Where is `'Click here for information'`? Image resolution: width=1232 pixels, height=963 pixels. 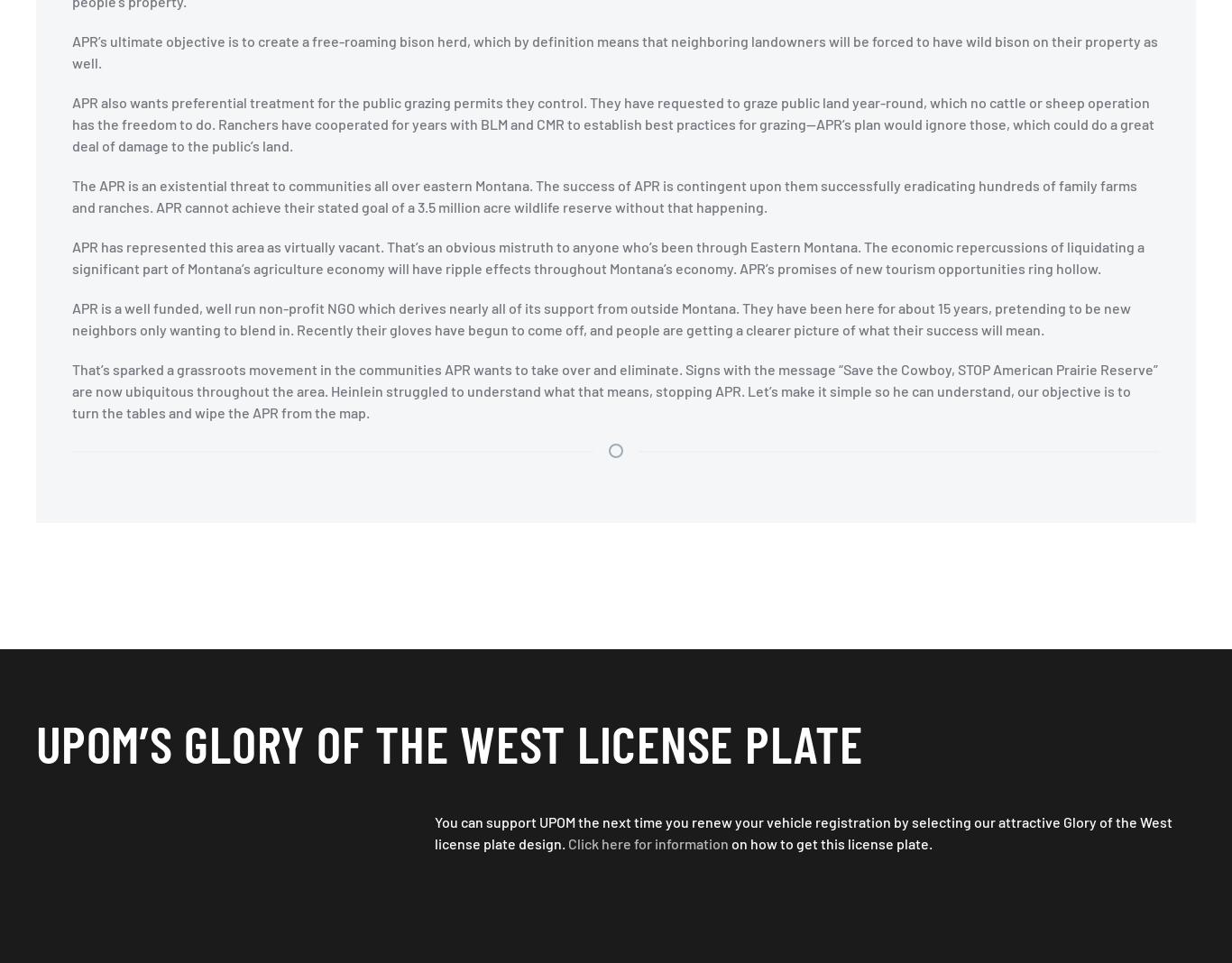
'Click here for information' is located at coordinates (648, 841).